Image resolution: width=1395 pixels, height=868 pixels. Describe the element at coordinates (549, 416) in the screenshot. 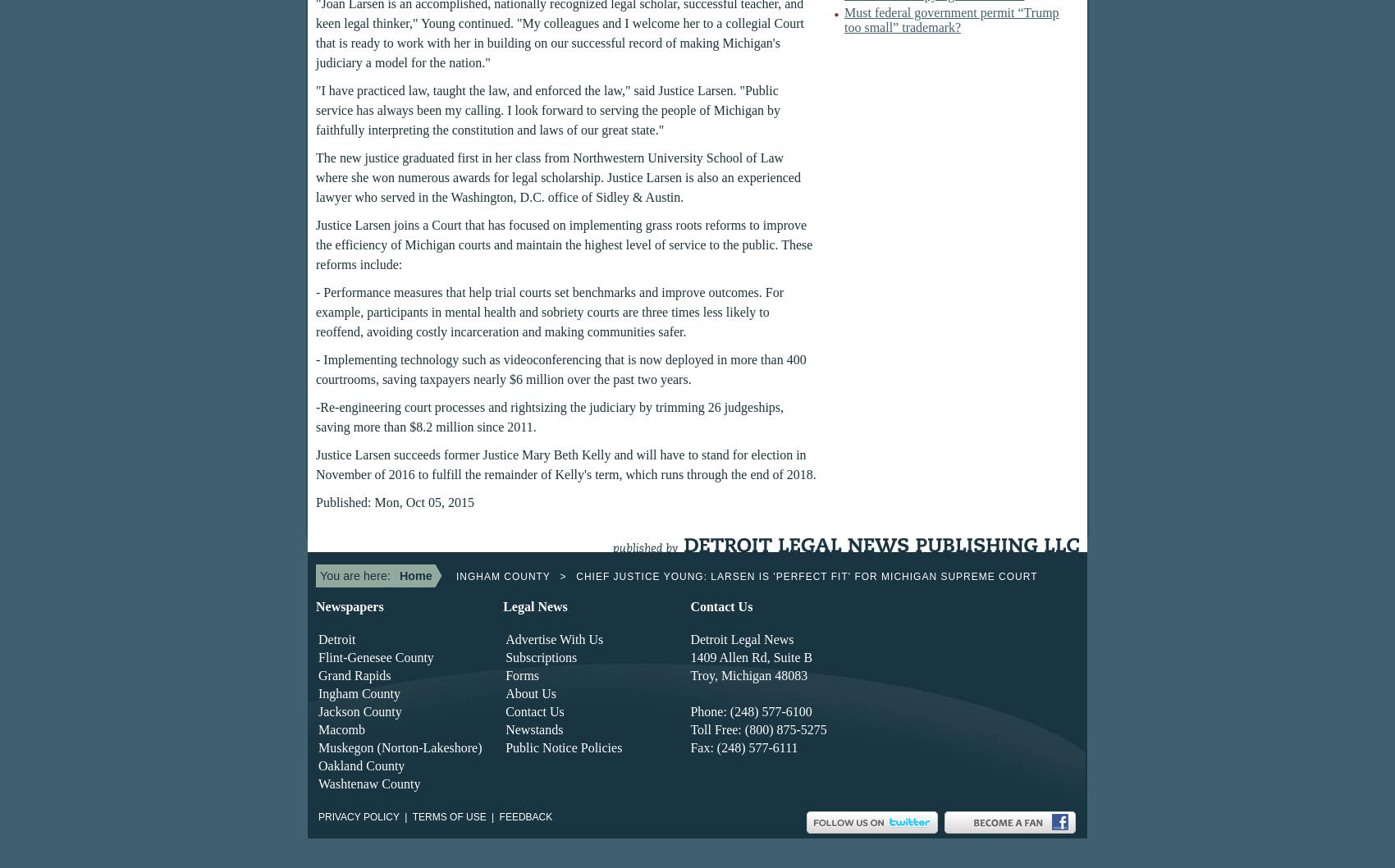

I see `'-Re-engineering court processes and rightsizing the judiciary by trimming 26 judgeships, saving more than $8.2 million since 2011.'` at that location.